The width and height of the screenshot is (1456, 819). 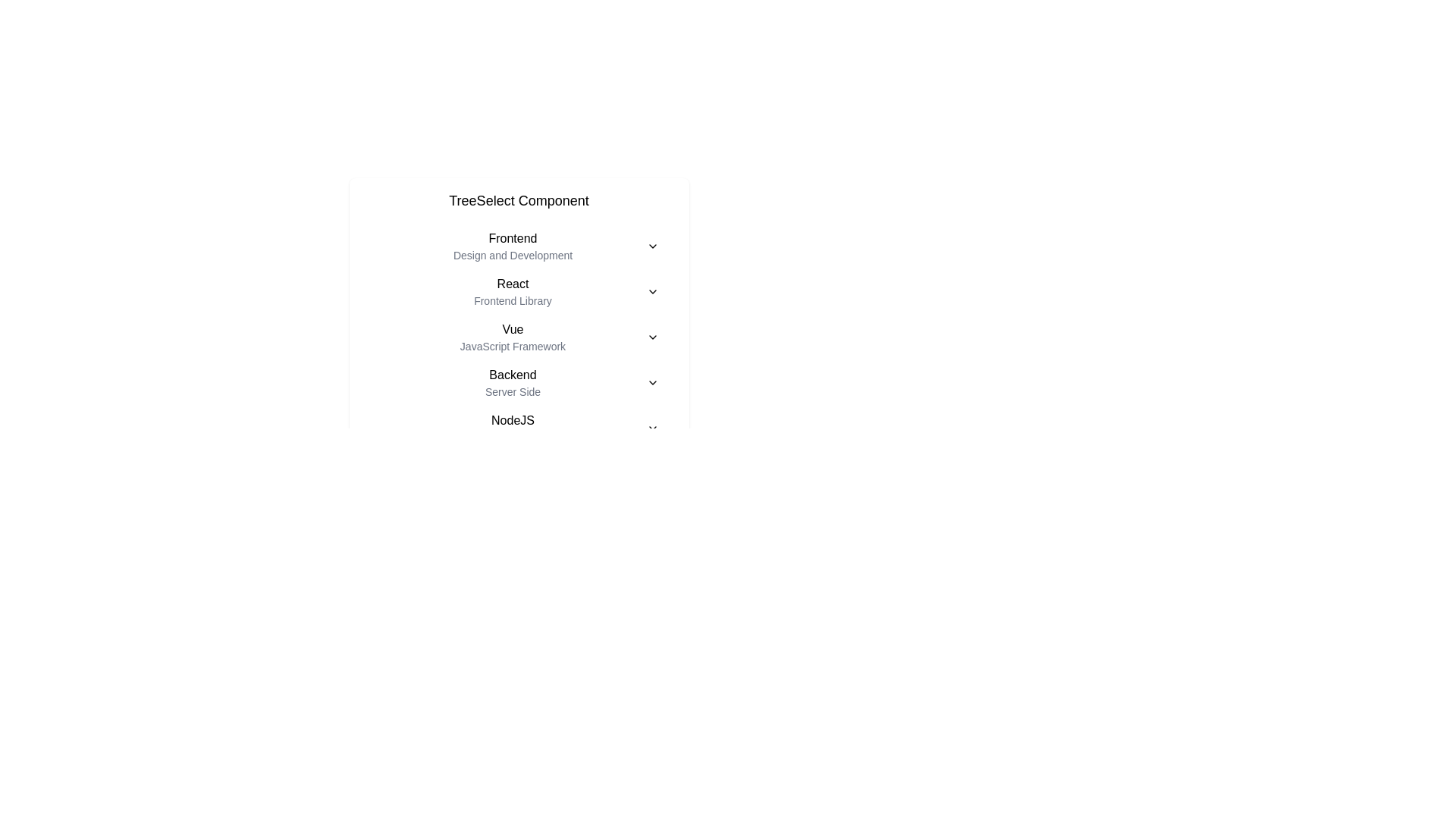 What do you see at coordinates (519, 292) in the screenshot?
I see `the 'React' selection item, which displays the text 'React' above 'Frontend Library' and has a chevron icon aligned to the right` at bounding box center [519, 292].